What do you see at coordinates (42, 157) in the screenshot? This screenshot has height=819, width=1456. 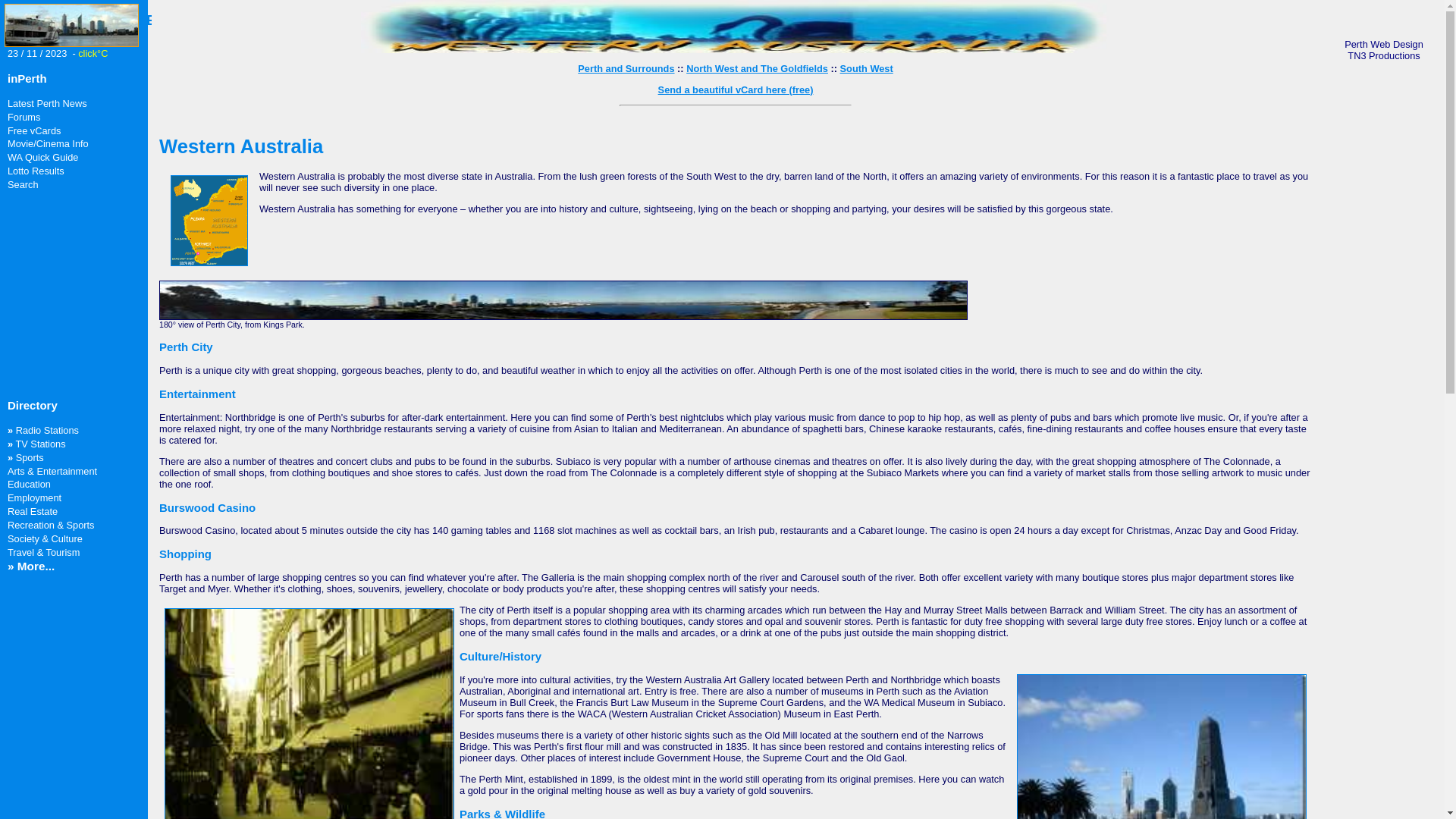 I see `'WA Quick Guide'` at bounding box center [42, 157].